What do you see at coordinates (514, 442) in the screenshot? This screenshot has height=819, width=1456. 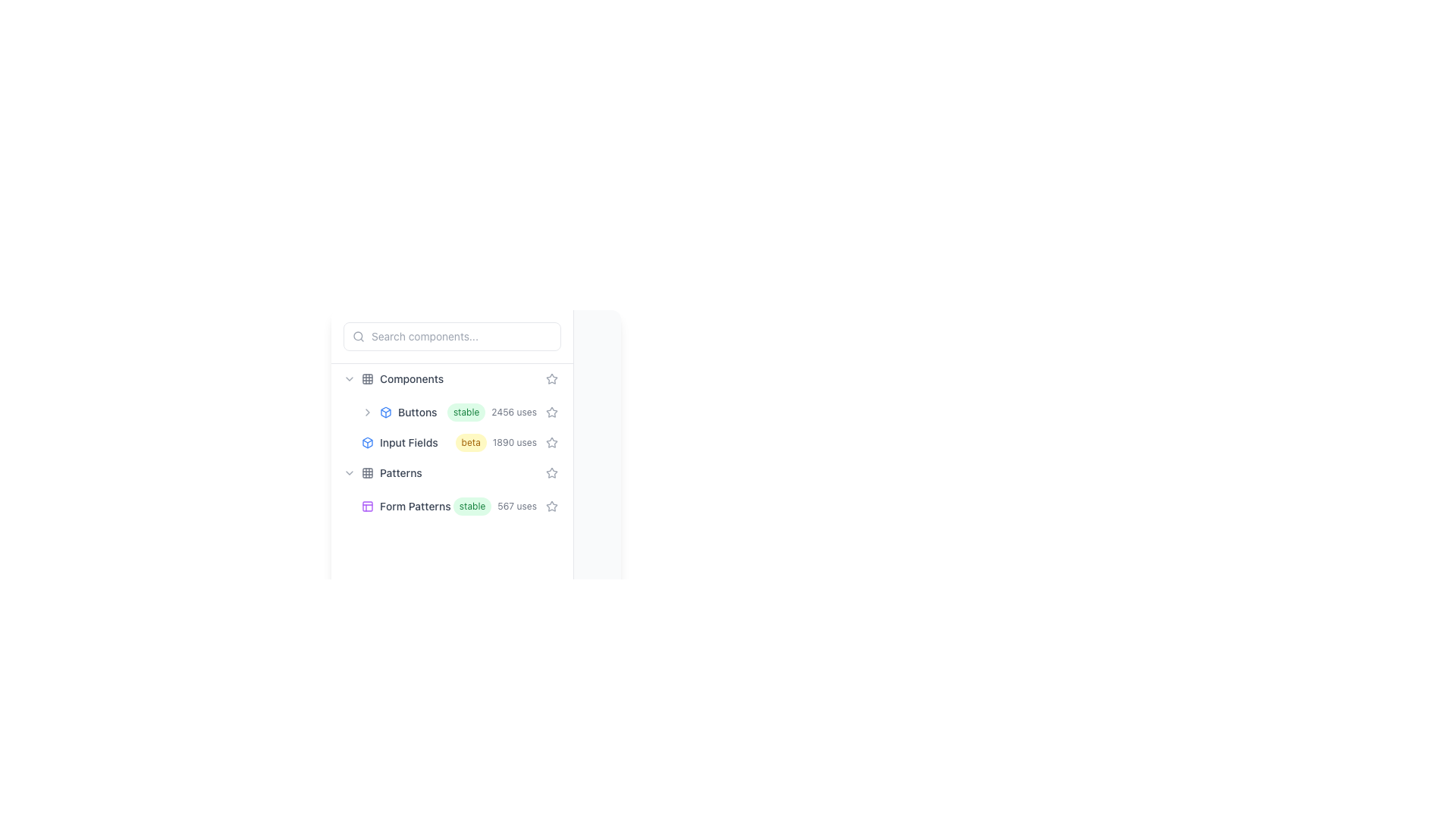 I see `the small gray text label displaying '1890 uses', located under the 'Components' section, immediately after the yellow badge labeled 'beta'` at bounding box center [514, 442].